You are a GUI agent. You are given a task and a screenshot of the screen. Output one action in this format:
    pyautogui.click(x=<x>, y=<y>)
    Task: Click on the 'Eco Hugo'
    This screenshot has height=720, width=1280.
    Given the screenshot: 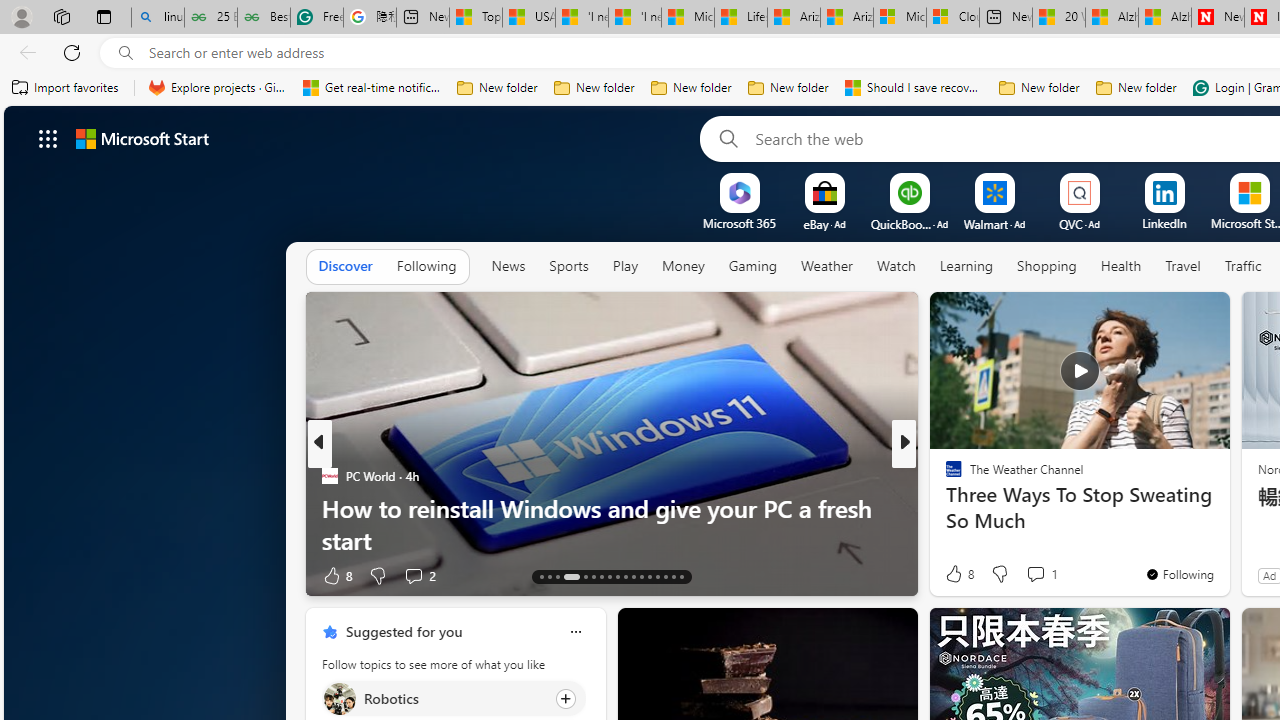 What is the action you would take?
    pyautogui.click(x=944, y=475)
    